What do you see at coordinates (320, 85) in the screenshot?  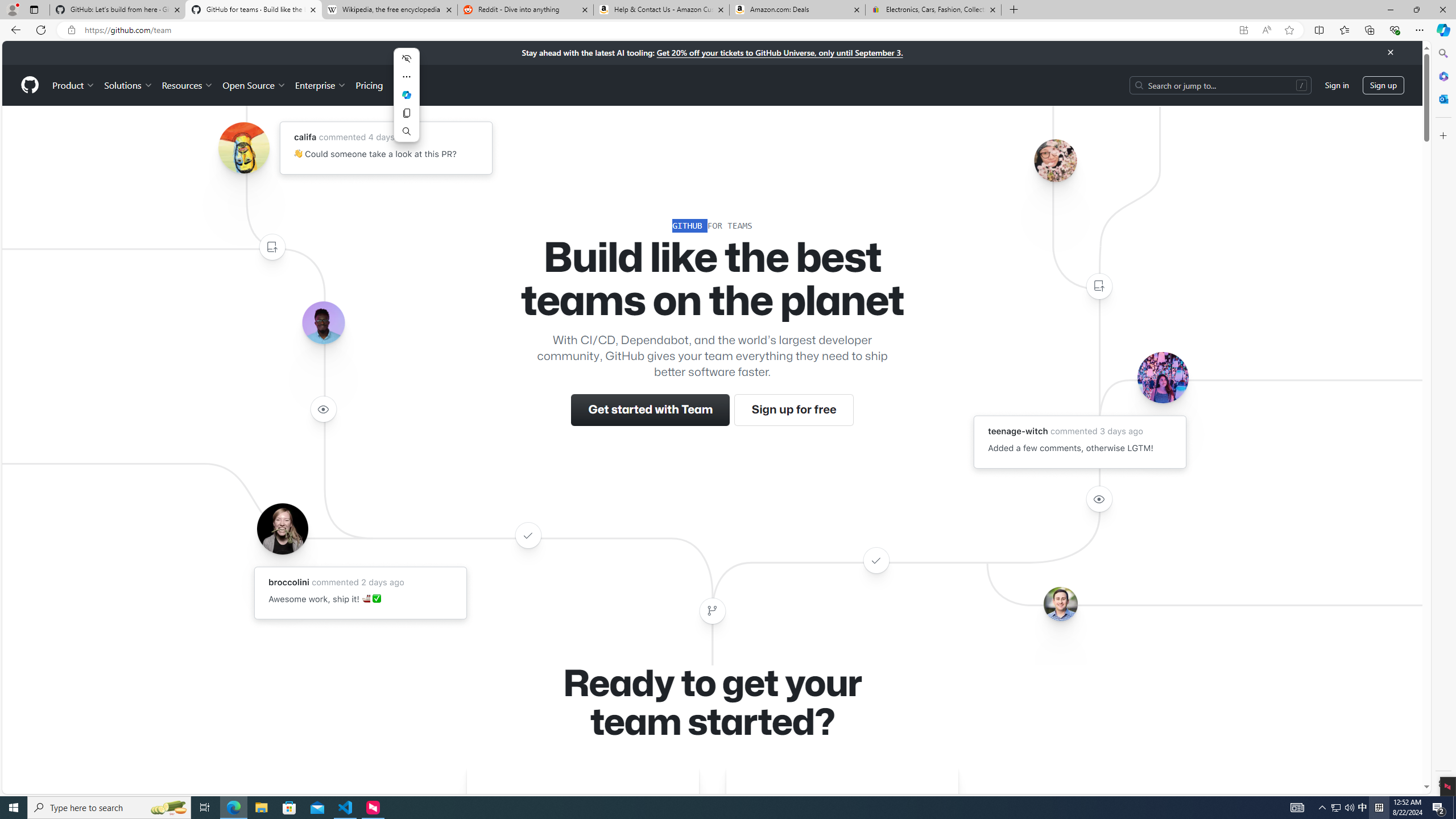 I see `'Enterprise'` at bounding box center [320, 85].